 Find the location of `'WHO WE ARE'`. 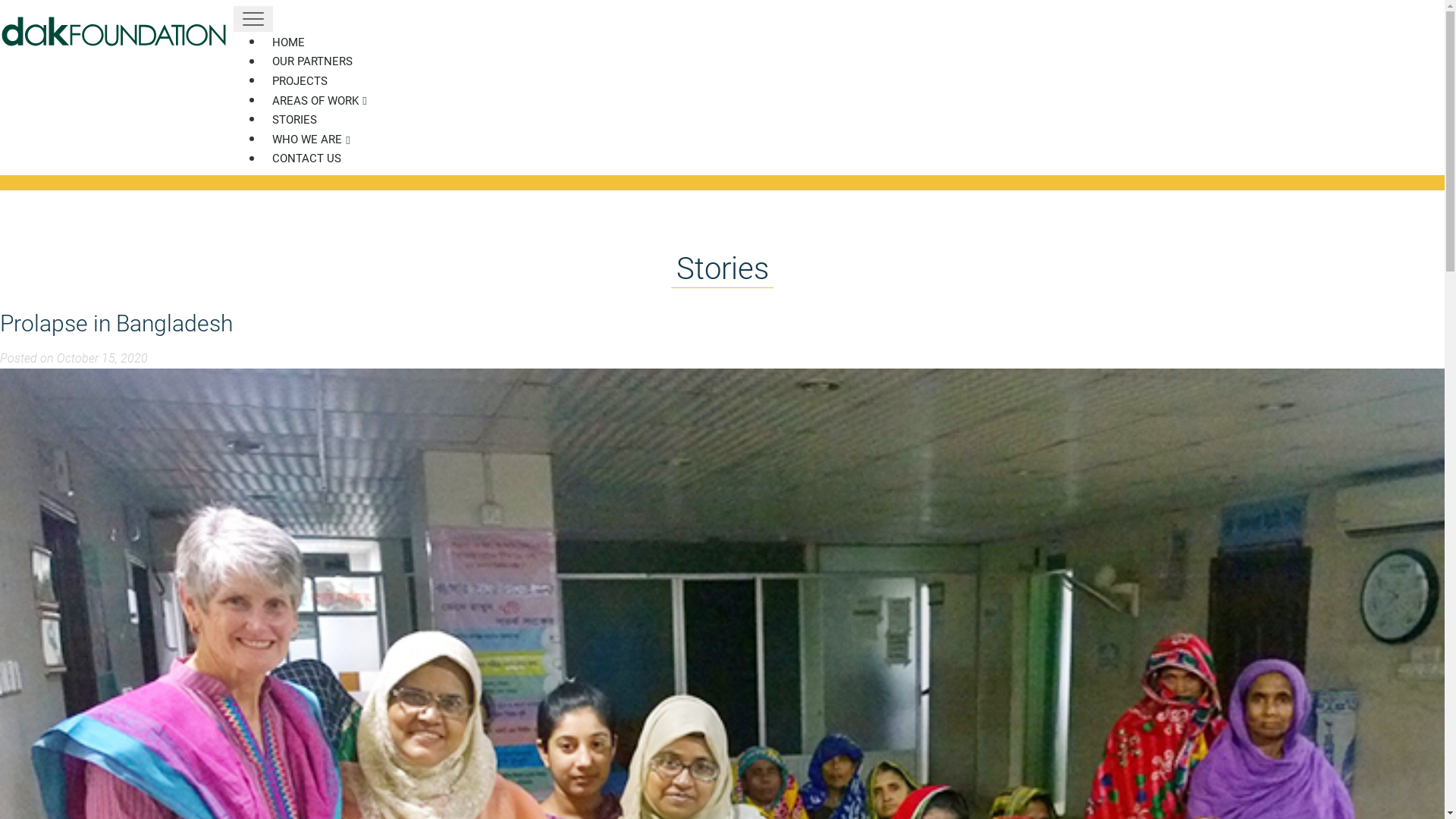

'WHO WE ARE' is located at coordinates (310, 140).